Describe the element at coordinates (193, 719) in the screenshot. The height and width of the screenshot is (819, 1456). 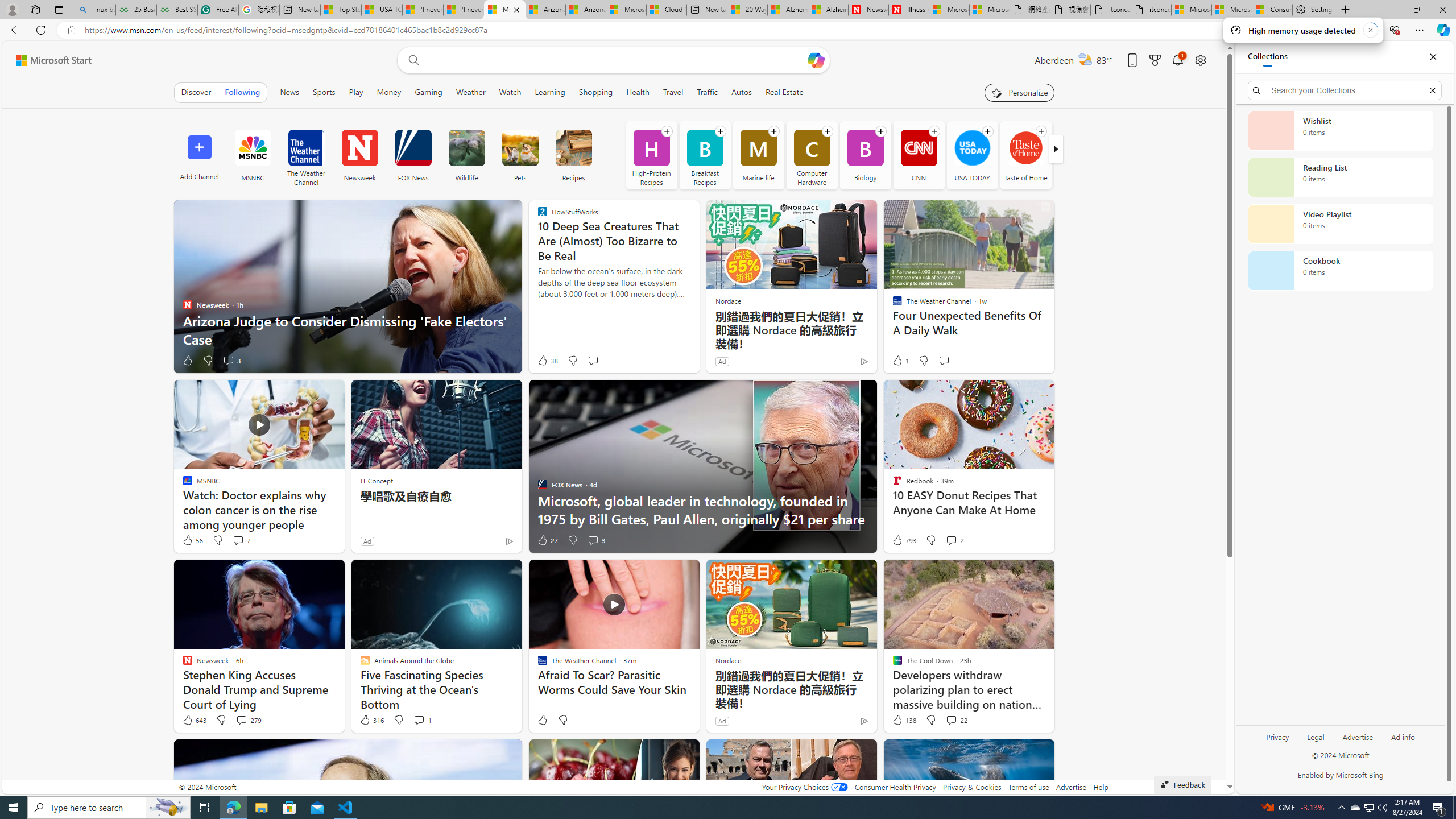
I see `'643 Like'` at that location.